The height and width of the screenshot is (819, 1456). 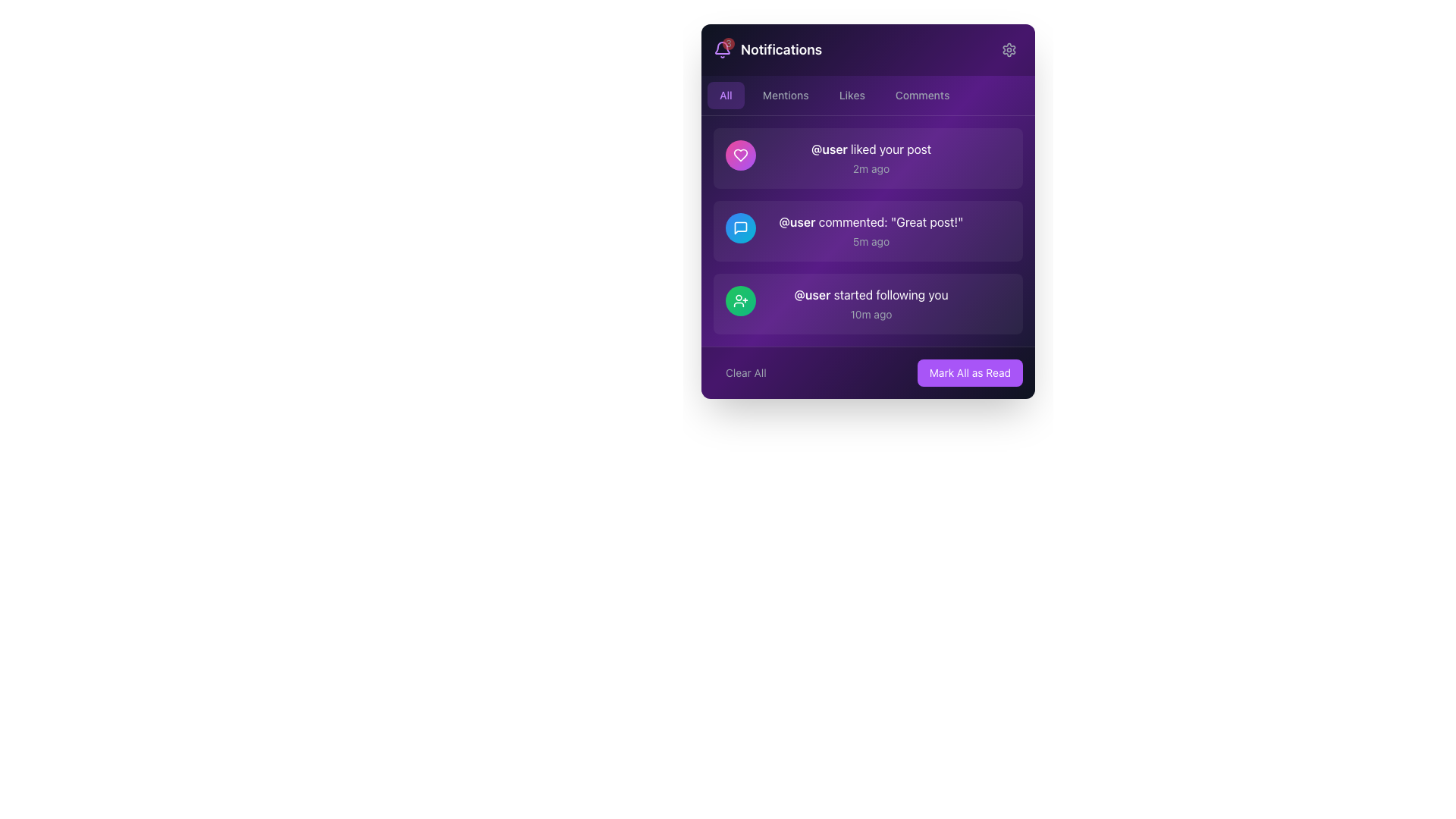 I want to click on the second notification display component that shows '@user commented: "Great post!"' with a timestamp '5m ago' on a purple background, so click(x=871, y=231).